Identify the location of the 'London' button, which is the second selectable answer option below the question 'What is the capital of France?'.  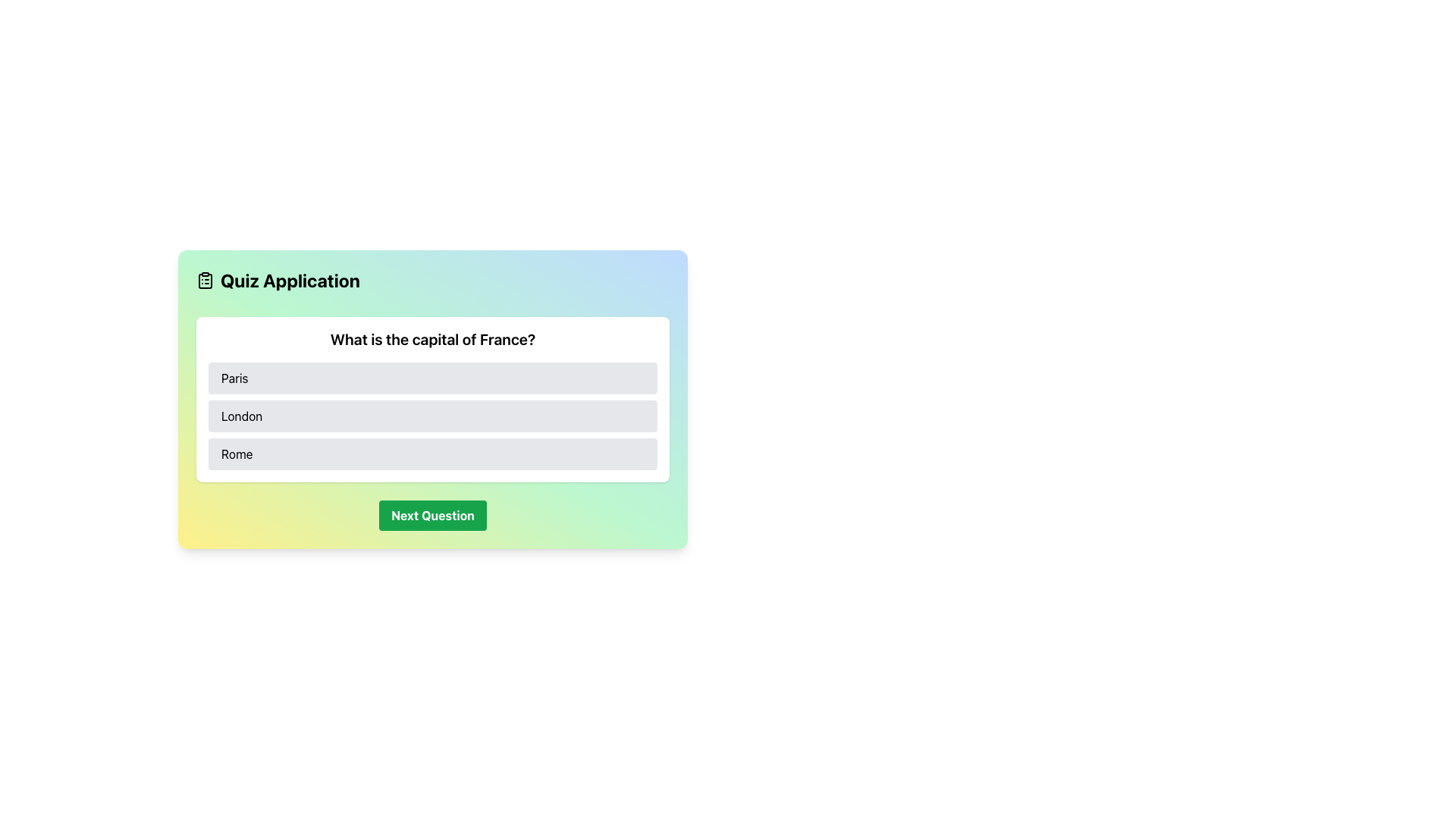
(432, 424).